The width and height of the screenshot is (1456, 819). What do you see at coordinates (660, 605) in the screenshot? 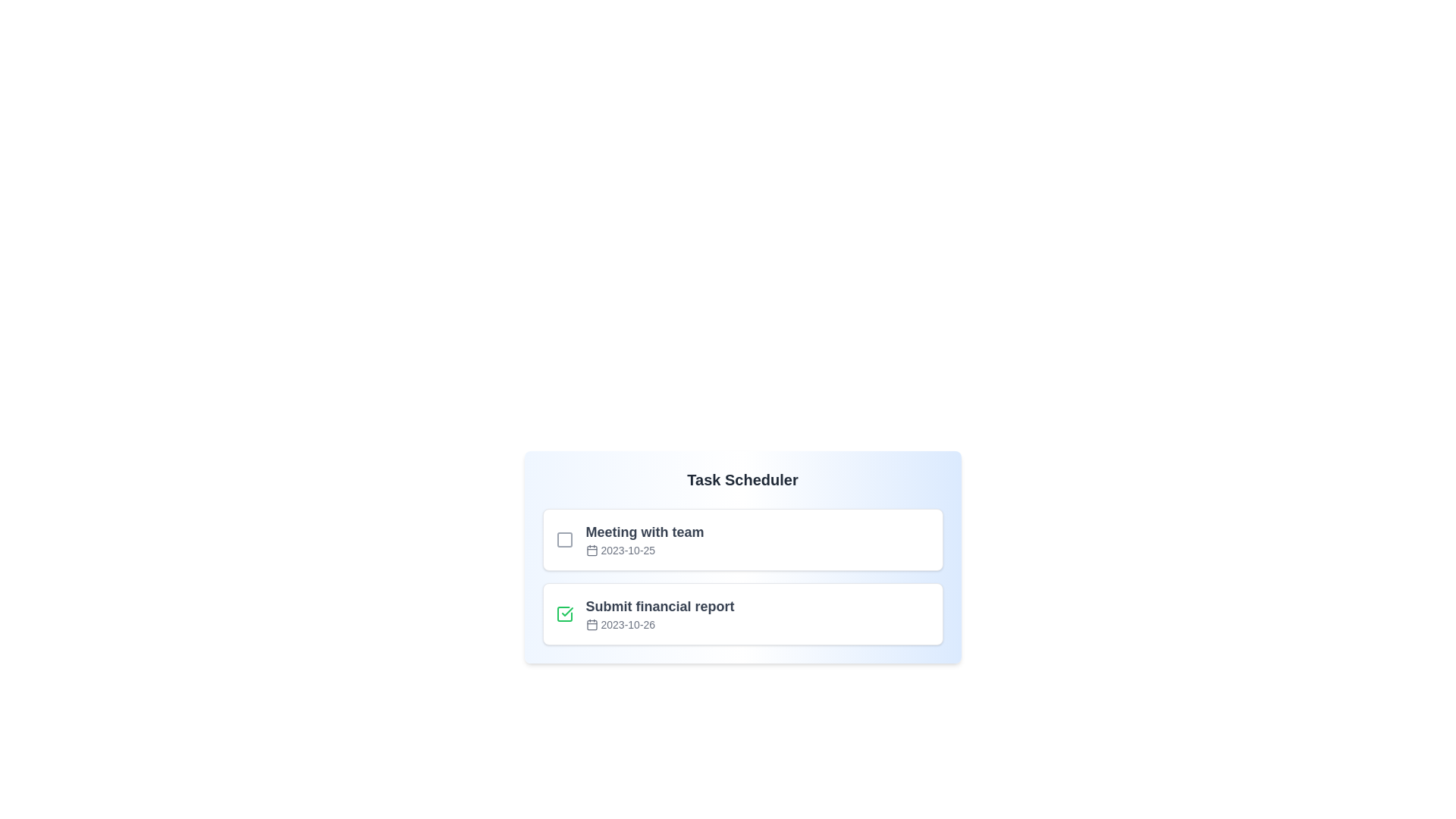
I see `text that serves as the title or main descriptor of a task entry, located in the second task card of the task list below the calendar icon` at bounding box center [660, 605].